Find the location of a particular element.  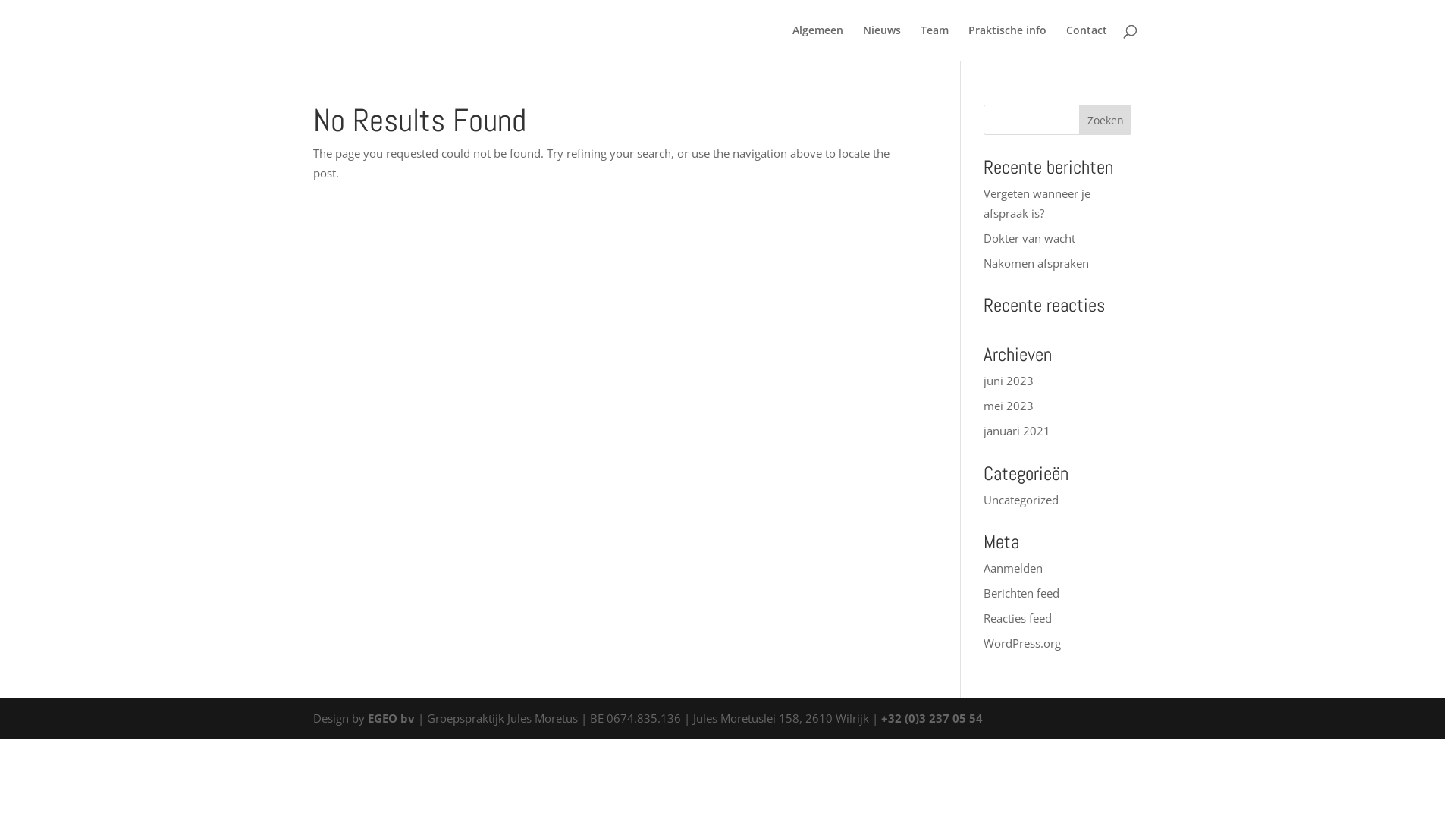

'Algemeen' is located at coordinates (817, 42).